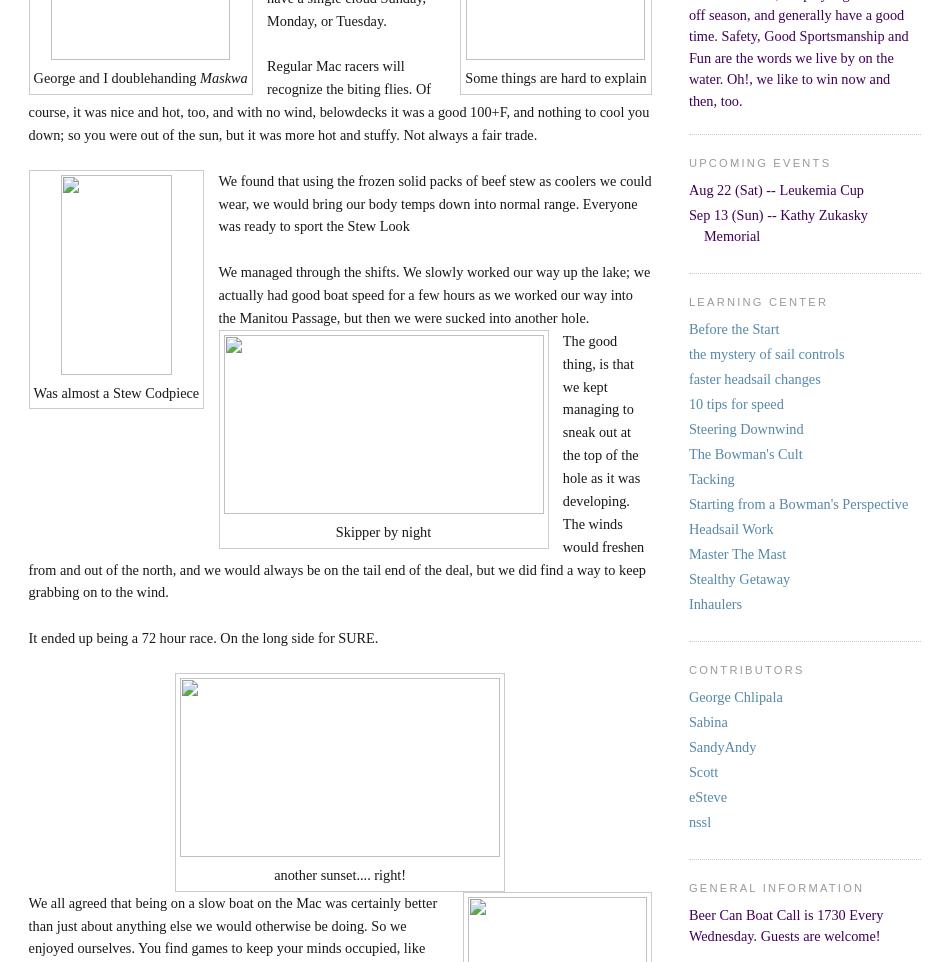  I want to click on 'another sunset.... right!', so click(272, 872).